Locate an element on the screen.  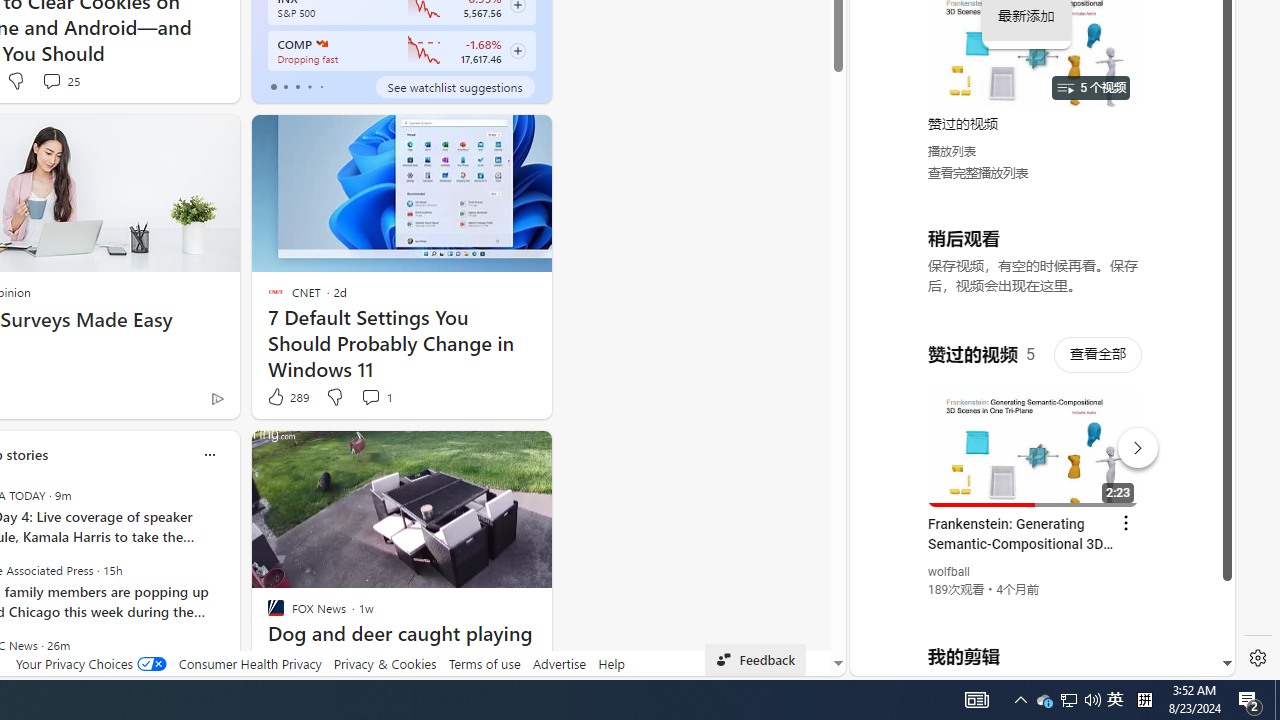
'tab-4' is located at coordinates (321, 86).